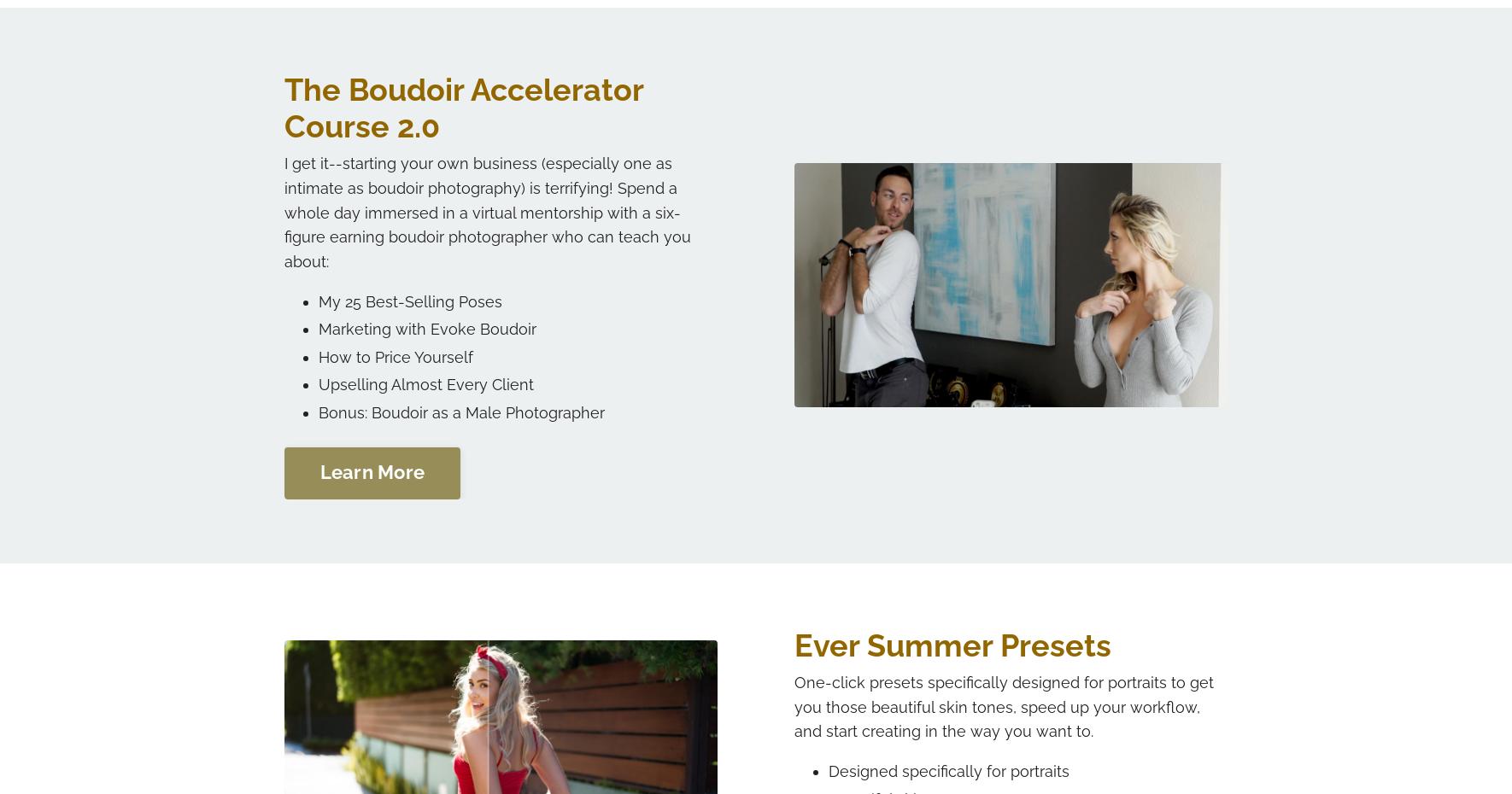  What do you see at coordinates (460, 411) in the screenshot?
I see `'Bonus: Boudoir as a Male Photographer'` at bounding box center [460, 411].